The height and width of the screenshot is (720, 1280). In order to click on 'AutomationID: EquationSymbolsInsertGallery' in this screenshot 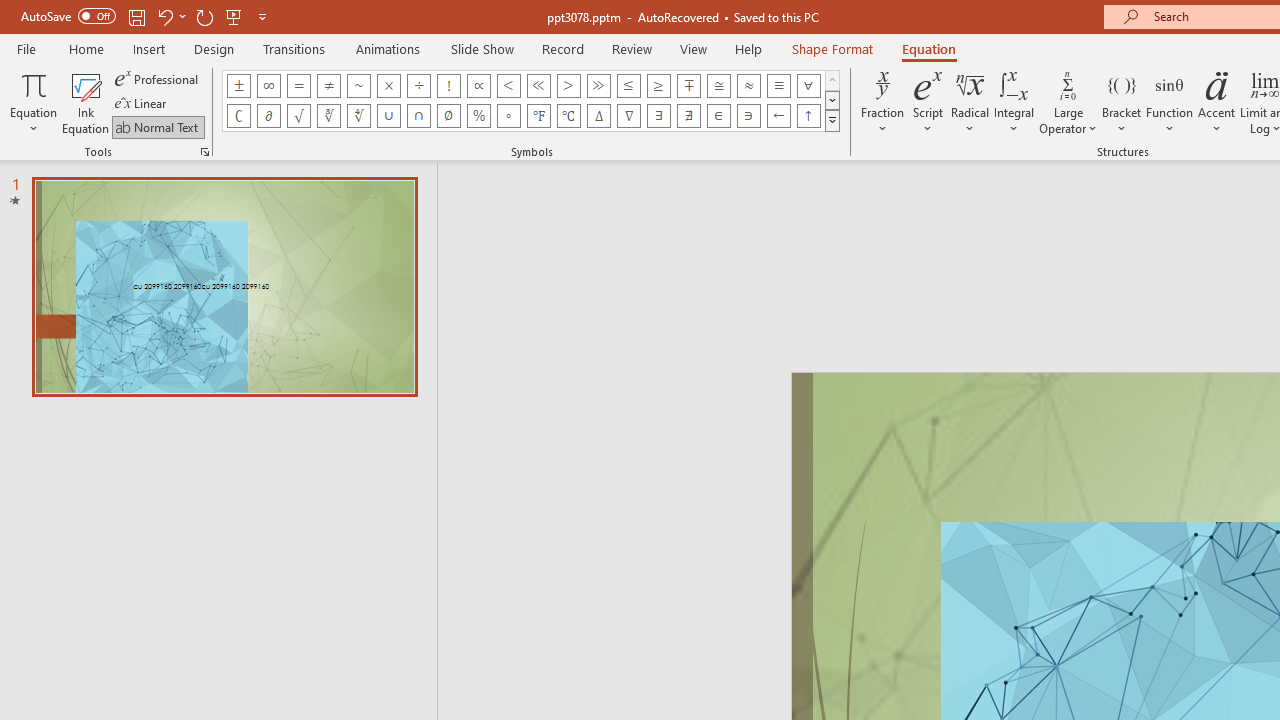, I will do `click(532, 100)`.